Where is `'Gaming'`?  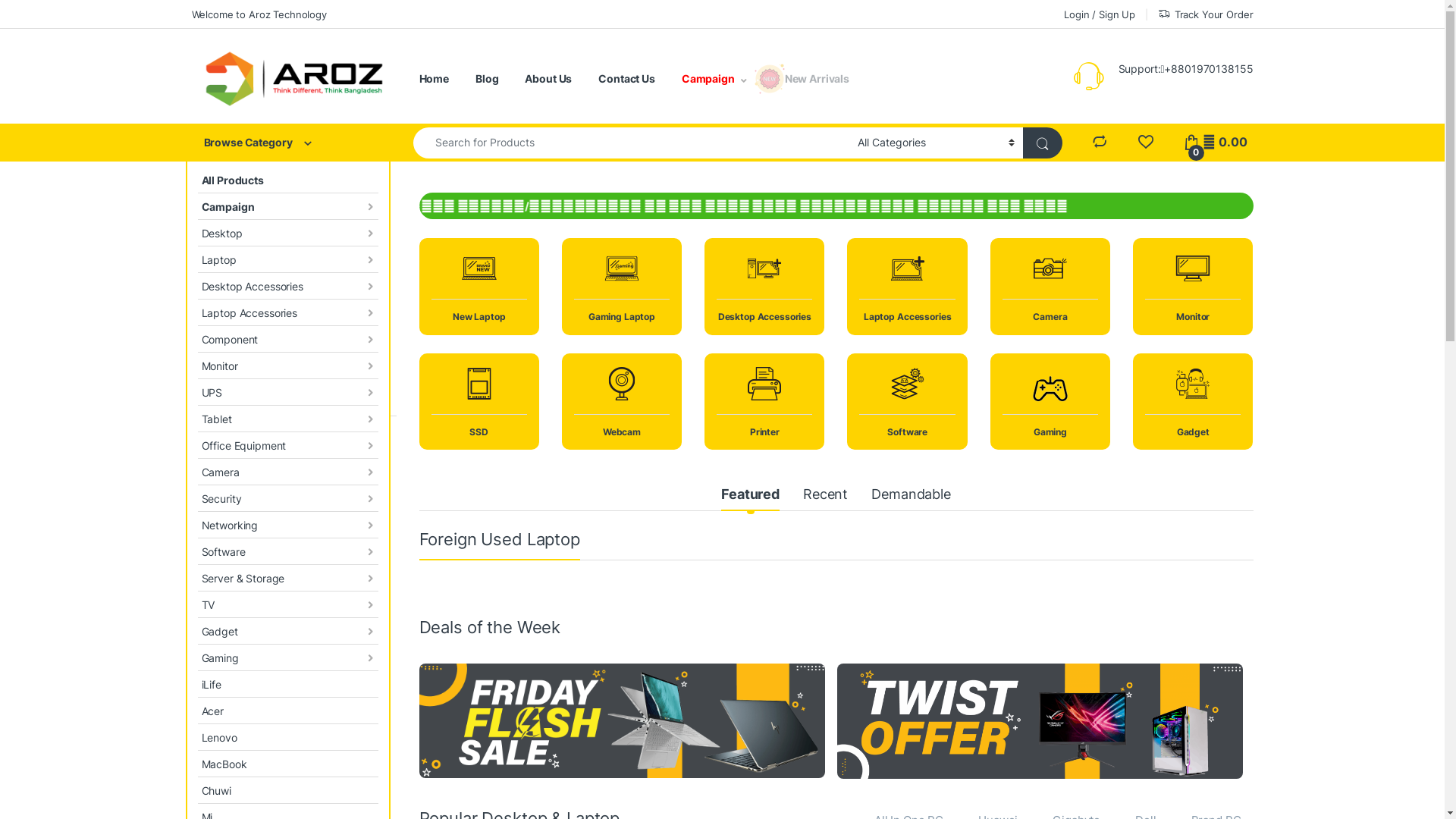
'Gaming' is located at coordinates (287, 657).